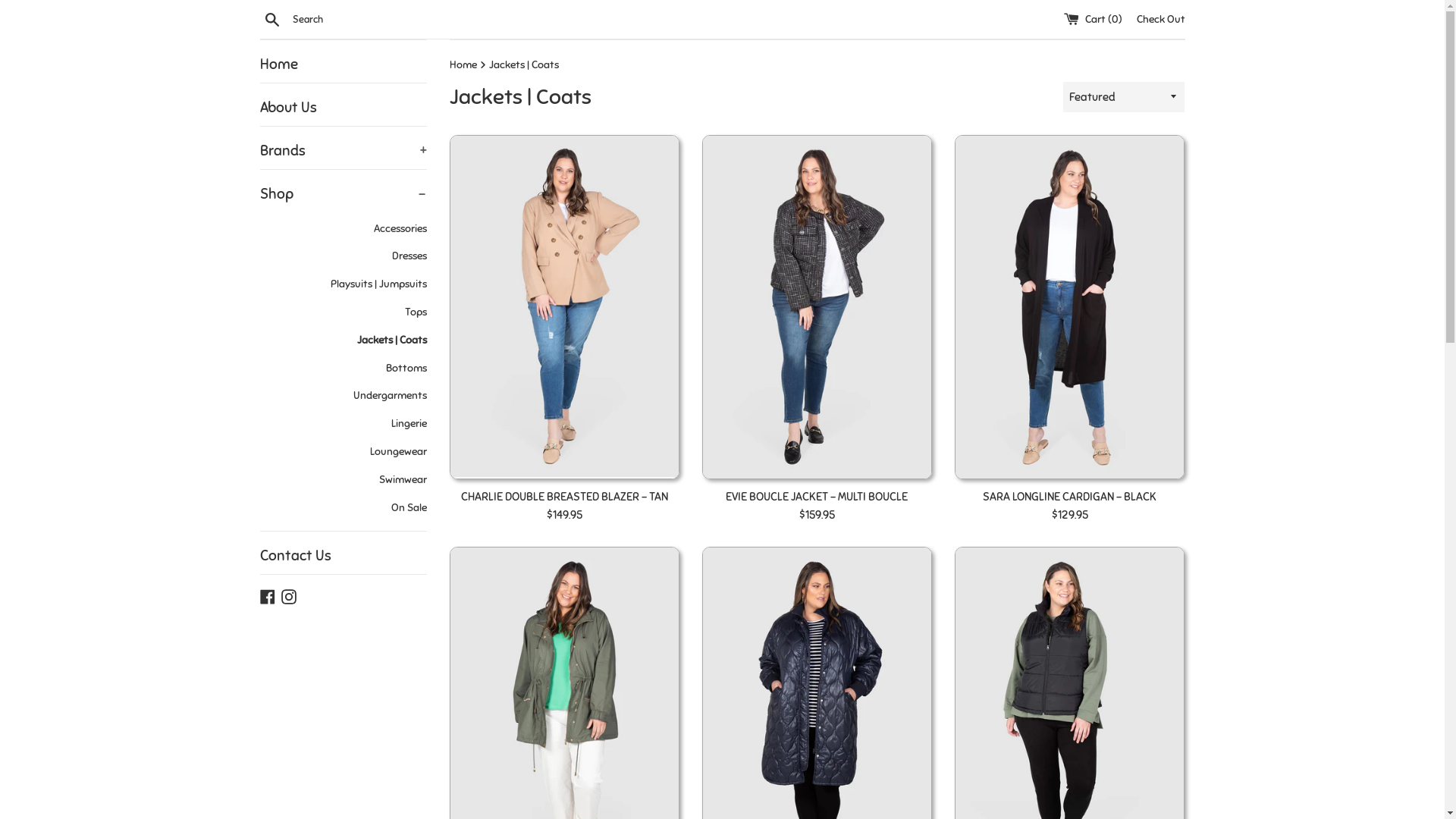 This screenshot has height=819, width=1456. What do you see at coordinates (341, 424) in the screenshot?
I see `'Lingerie'` at bounding box center [341, 424].